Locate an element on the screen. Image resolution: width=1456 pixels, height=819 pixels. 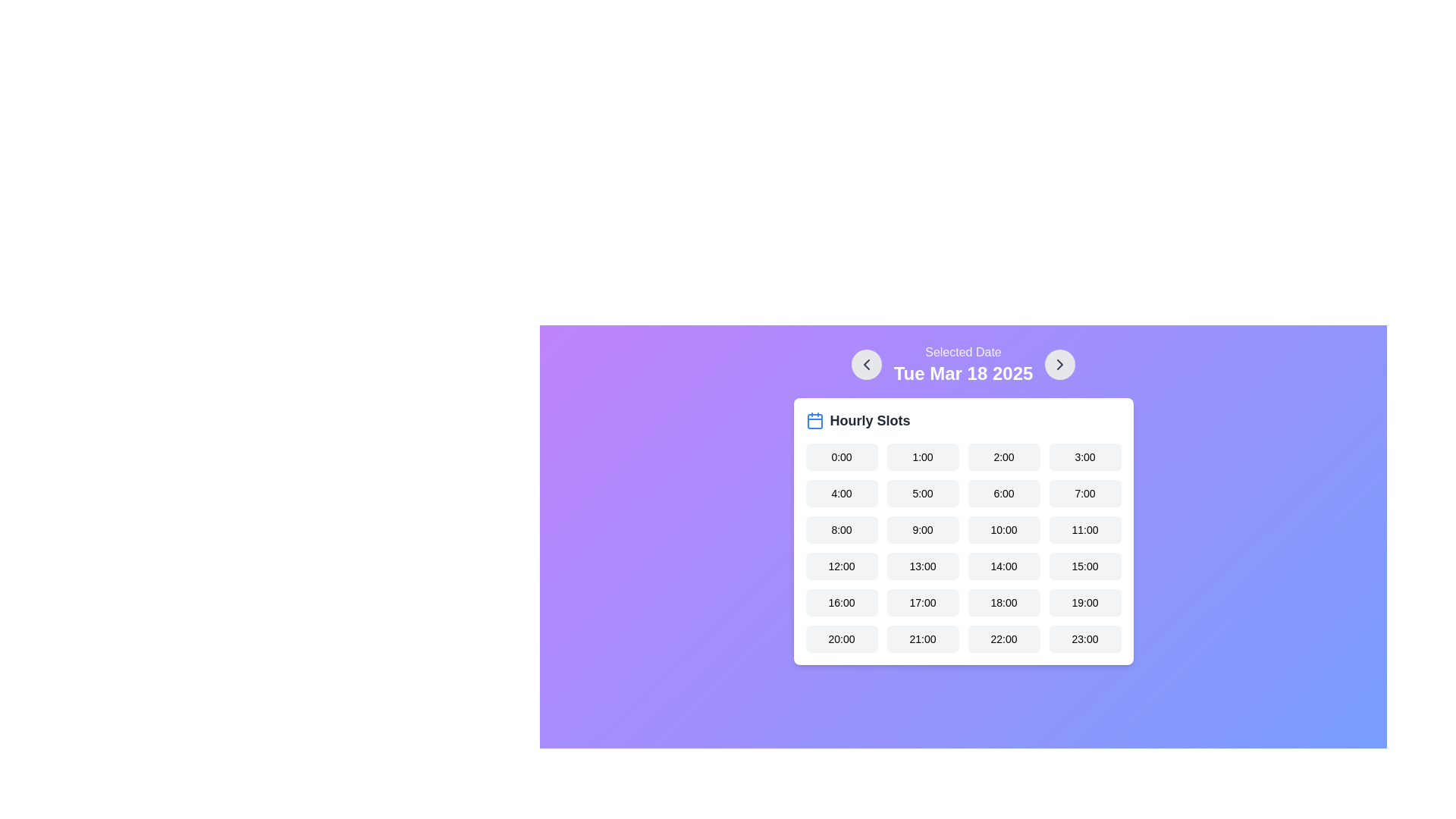
the button with the text '4:00', which is part of a grid layout for hourly time slots, to change its background color to blue is located at coordinates (840, 494).